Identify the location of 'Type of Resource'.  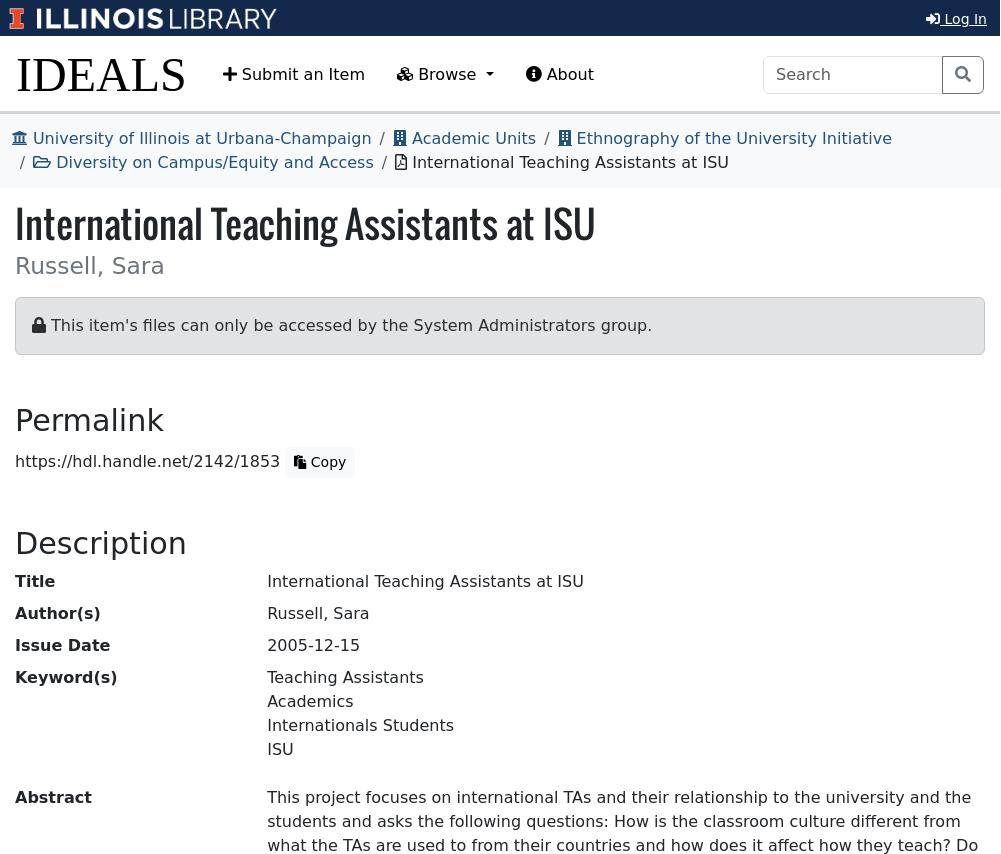
(90, 330).